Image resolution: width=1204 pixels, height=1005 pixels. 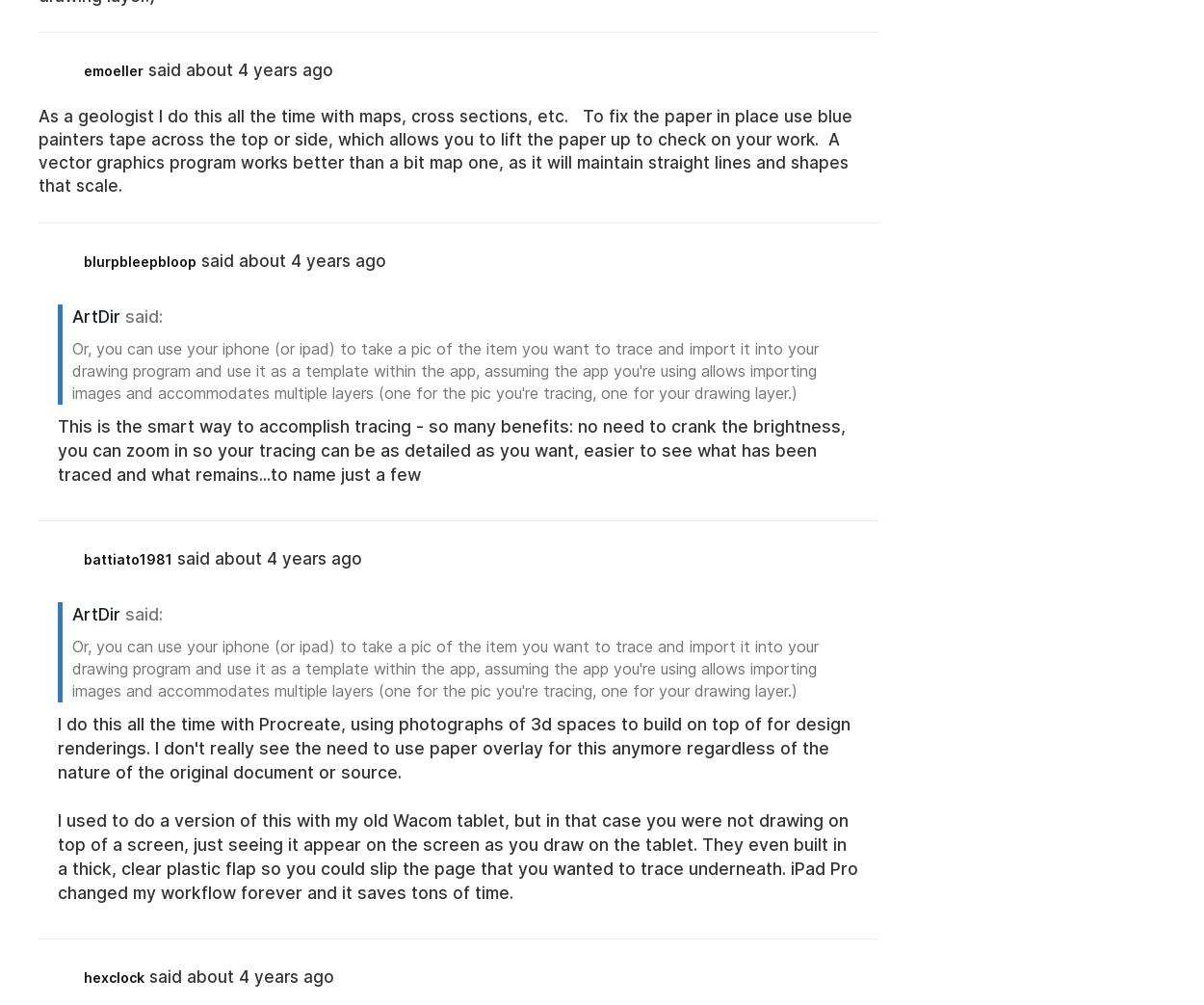 What do you see at coordinates (58, 856) in the screenshot?
I see `'I used to do a version of this with my old Wacom tablet, but in that case you were not drawing on top of a screen, just seeing it appear on the screen as you draw on the tablet. They even built in a thick, clear plastic flap so you could slip the page that you wanted to trace underneath. iPad Pro changed my workflow forever and it saves tons of time.'` at bounding box center [58, 856].